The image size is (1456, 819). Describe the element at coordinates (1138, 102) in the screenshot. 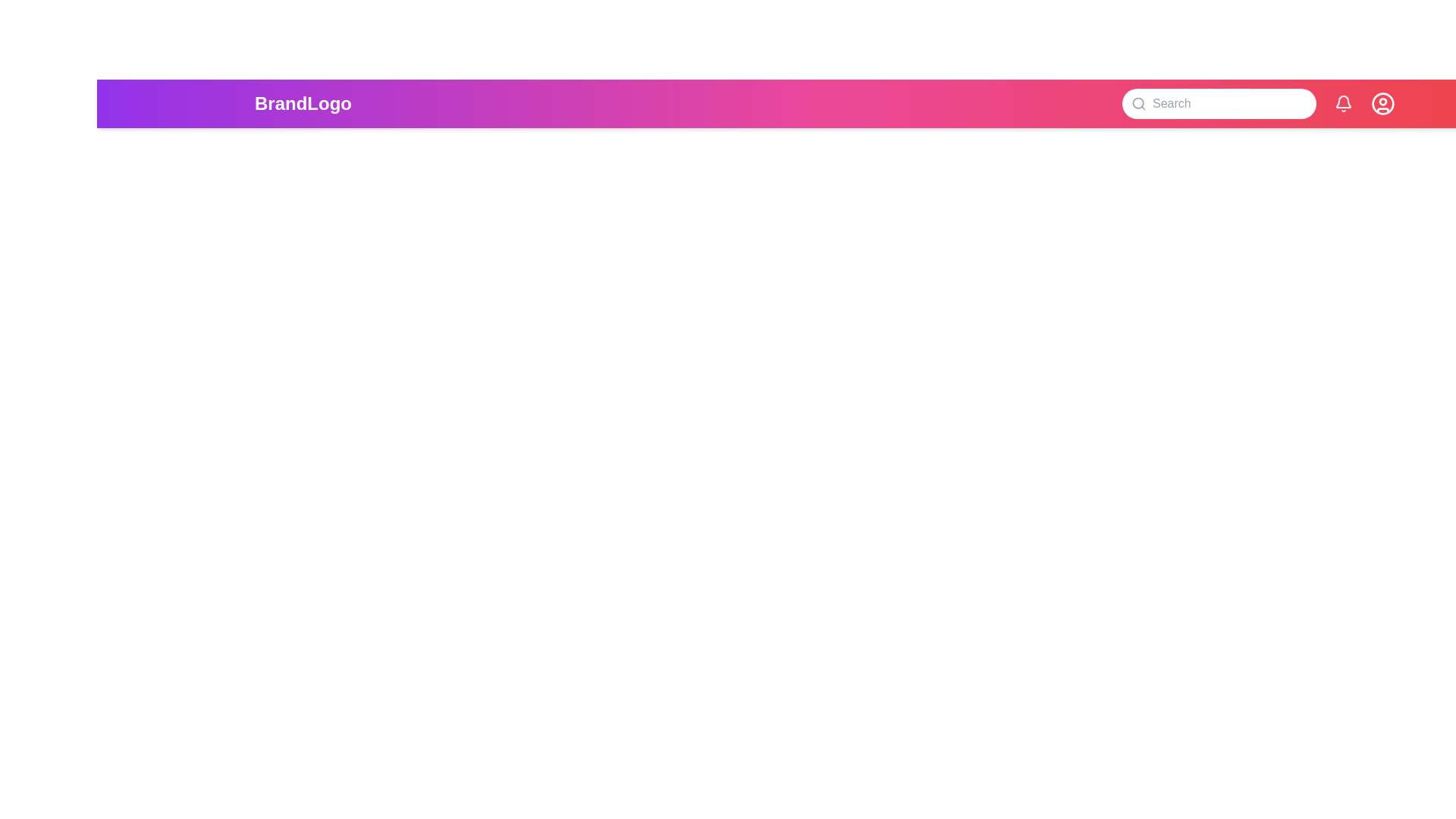

I see `the decorative SVG circle element that represents the lens of the magnifying glass in the search icon, positioned to the left of the search bar` at that location.